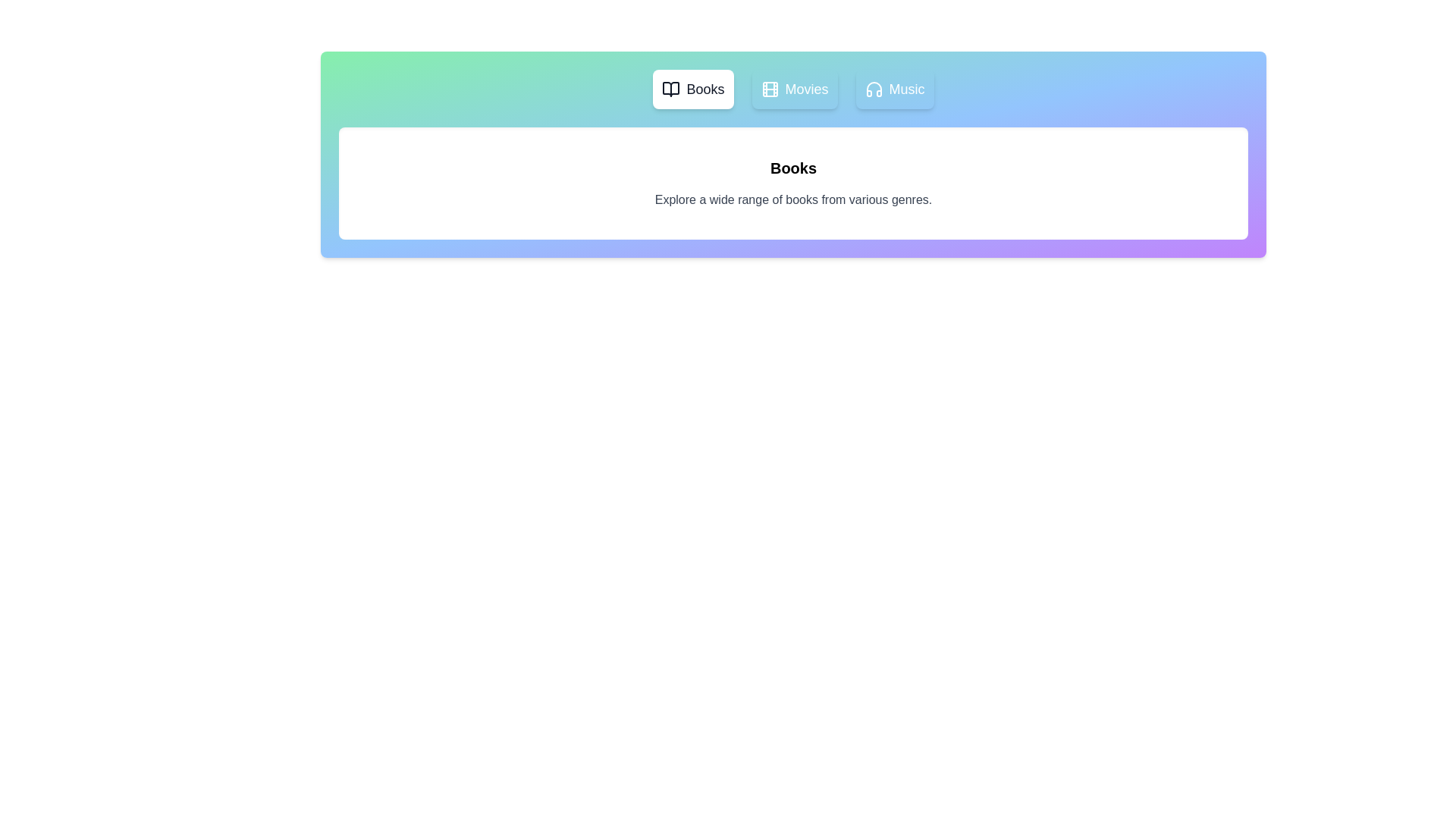 The height and width of the screenshot is (819, 1456). Describe the element at coordinates (895, 89) in the screenshot. I see `the tab labeled Music` at that location.